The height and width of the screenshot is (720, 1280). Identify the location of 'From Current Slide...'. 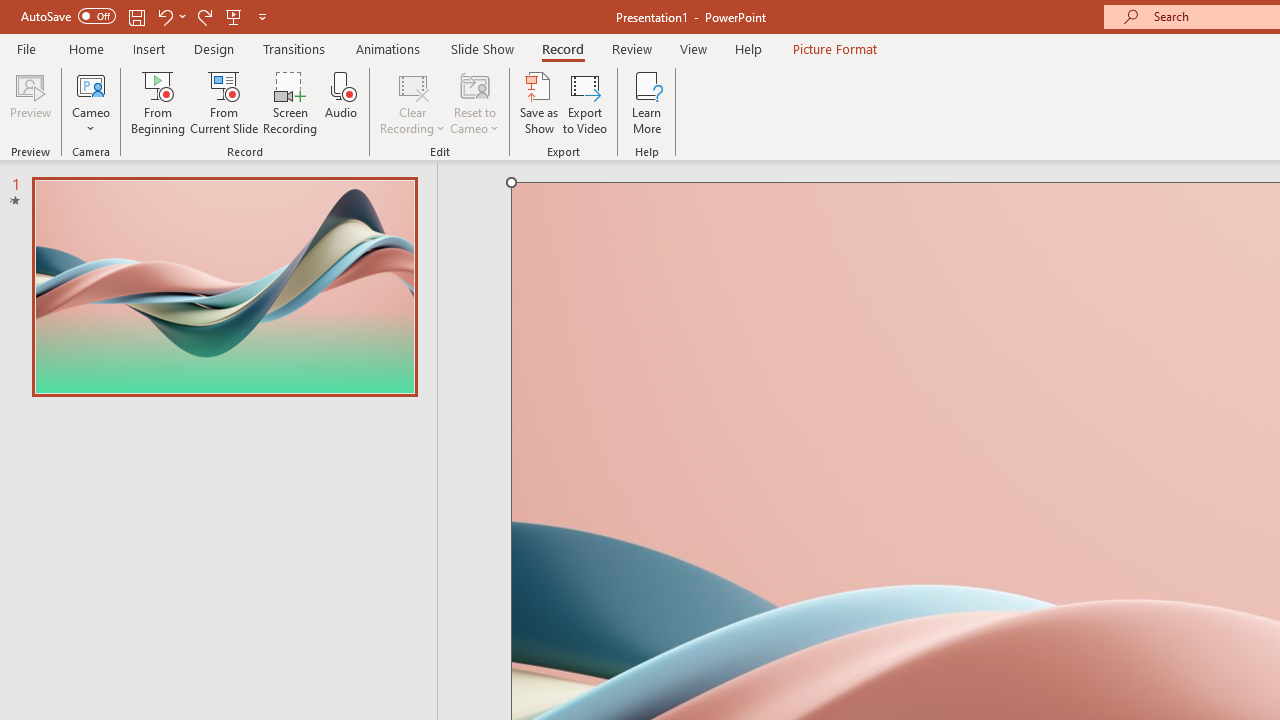
(224, 103).